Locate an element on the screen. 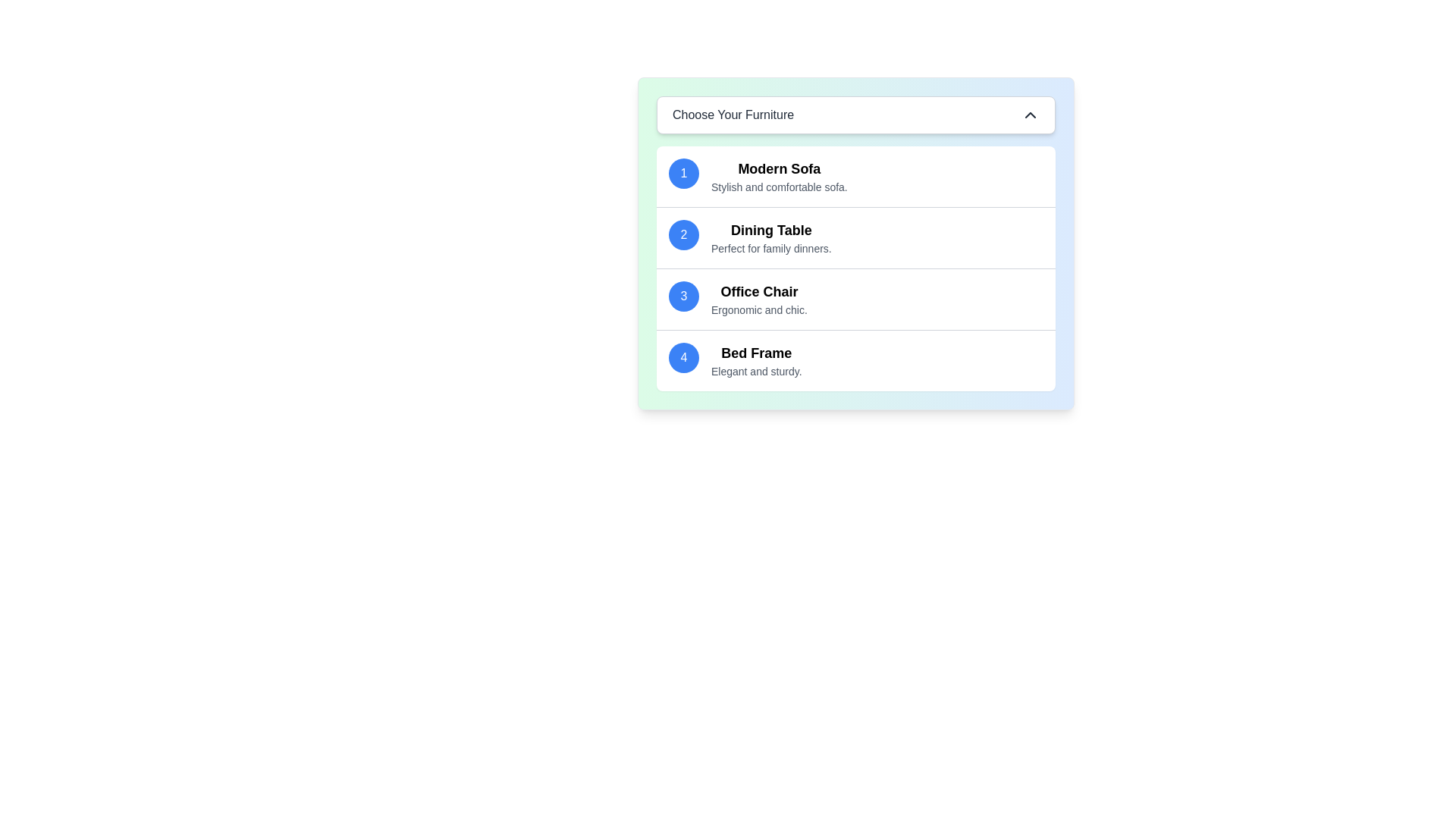 The height and width of the screenshot is (819, 1456). text content of the Text Label positioned directly below the title 'Dining Table' in the second item of the selectable furniture list is located at coordinates (771, 247).